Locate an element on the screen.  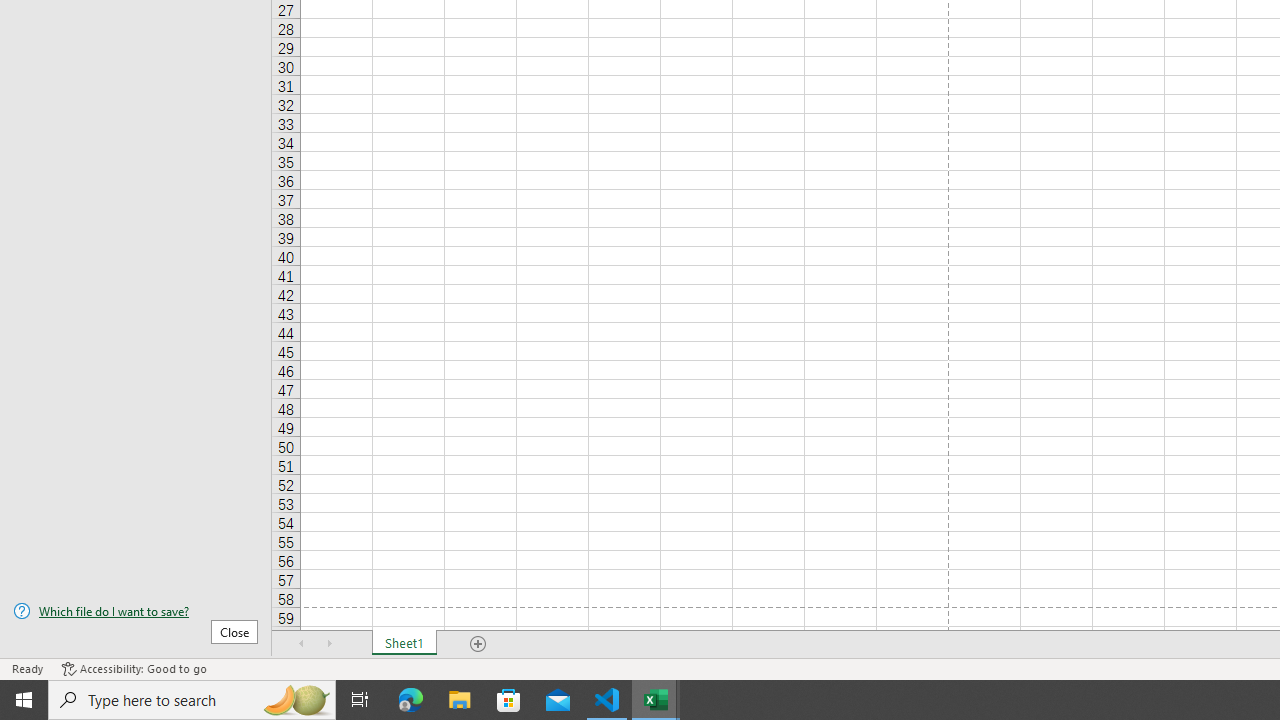
'Which file do I want to save?' is located at coordinates (135, 610).